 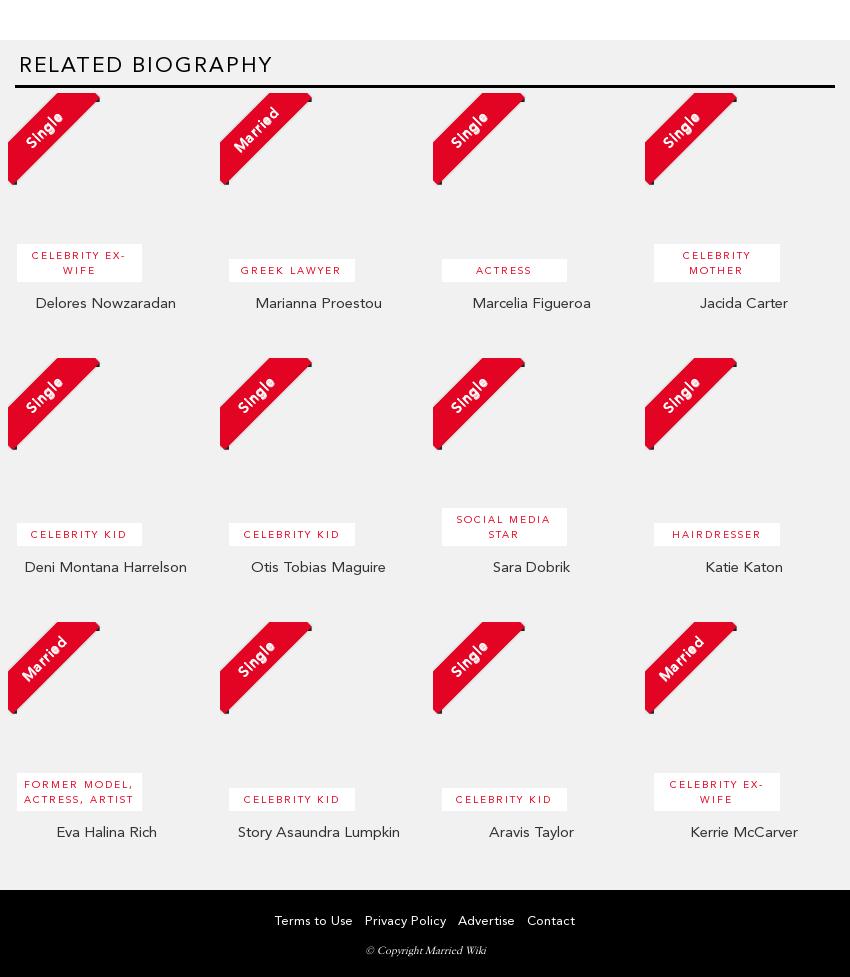 What do you see at coordinates (529, 300) in the screenshot?
I see `'Marcelia Figueroa'` at bounding box center [529, 300].